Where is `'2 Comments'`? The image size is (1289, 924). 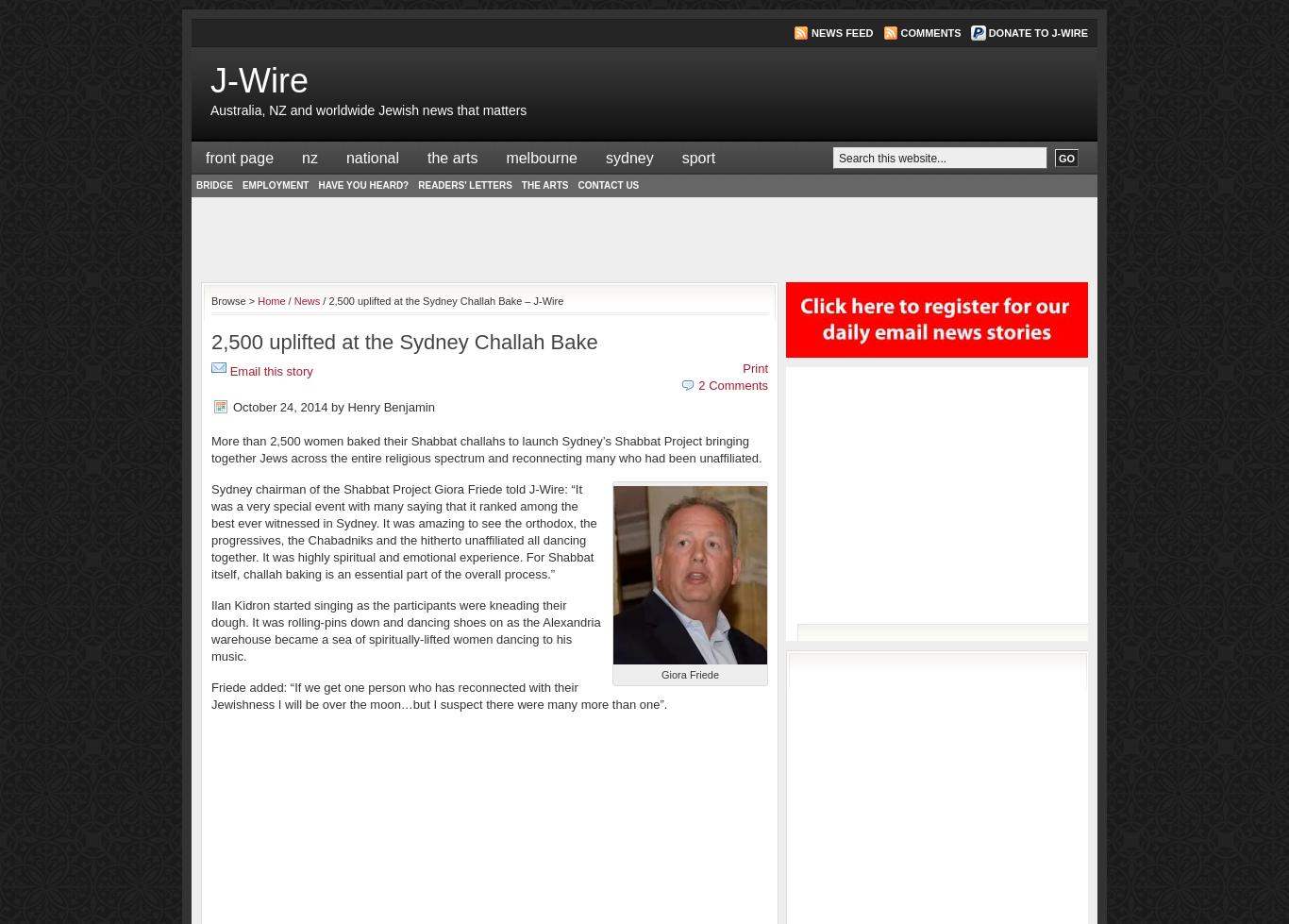
'2 Comments' is located at coordinates (732, 385).